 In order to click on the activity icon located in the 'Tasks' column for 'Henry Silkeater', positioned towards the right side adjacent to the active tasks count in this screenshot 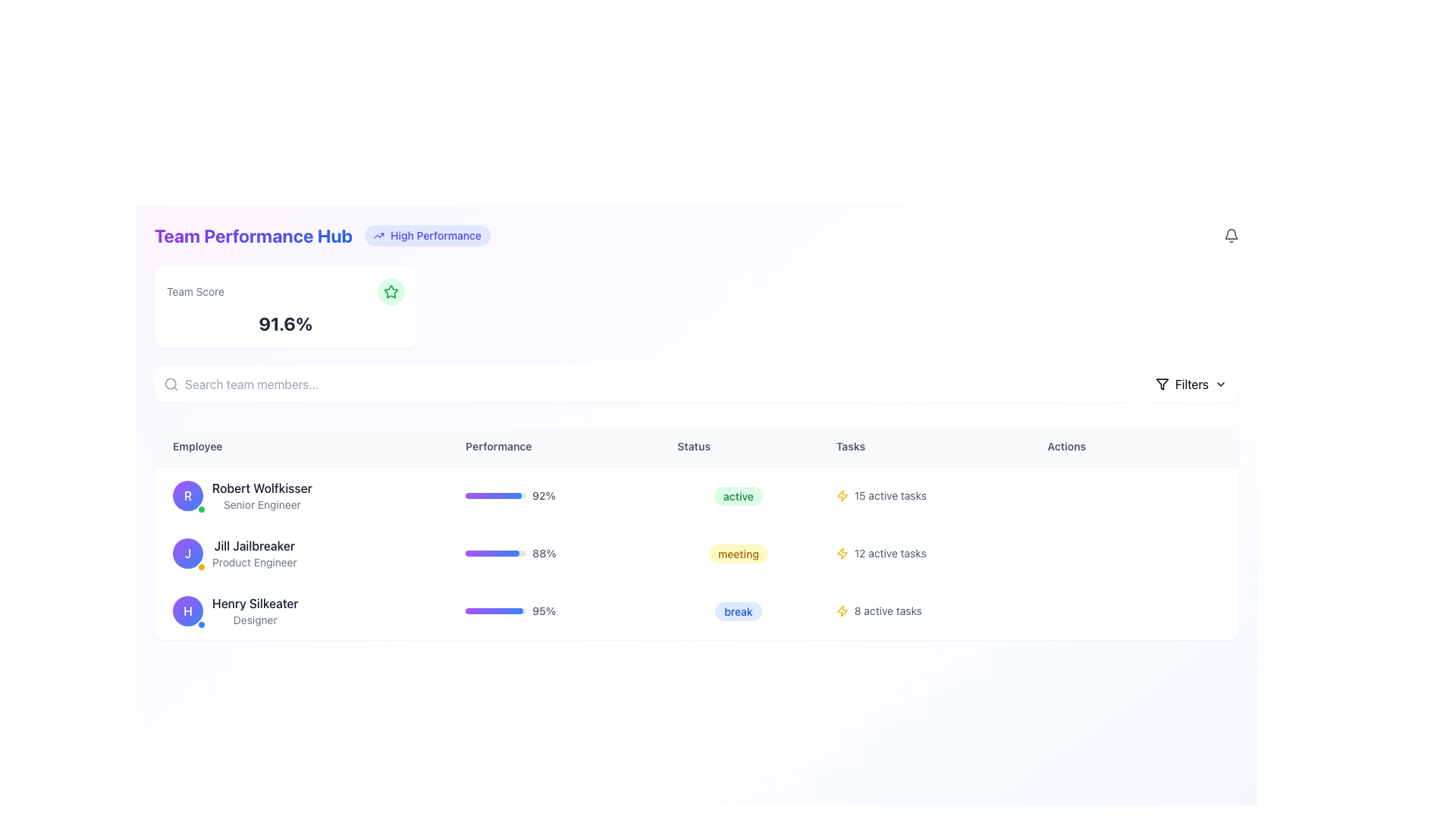, I will do `click(841, 496)`.